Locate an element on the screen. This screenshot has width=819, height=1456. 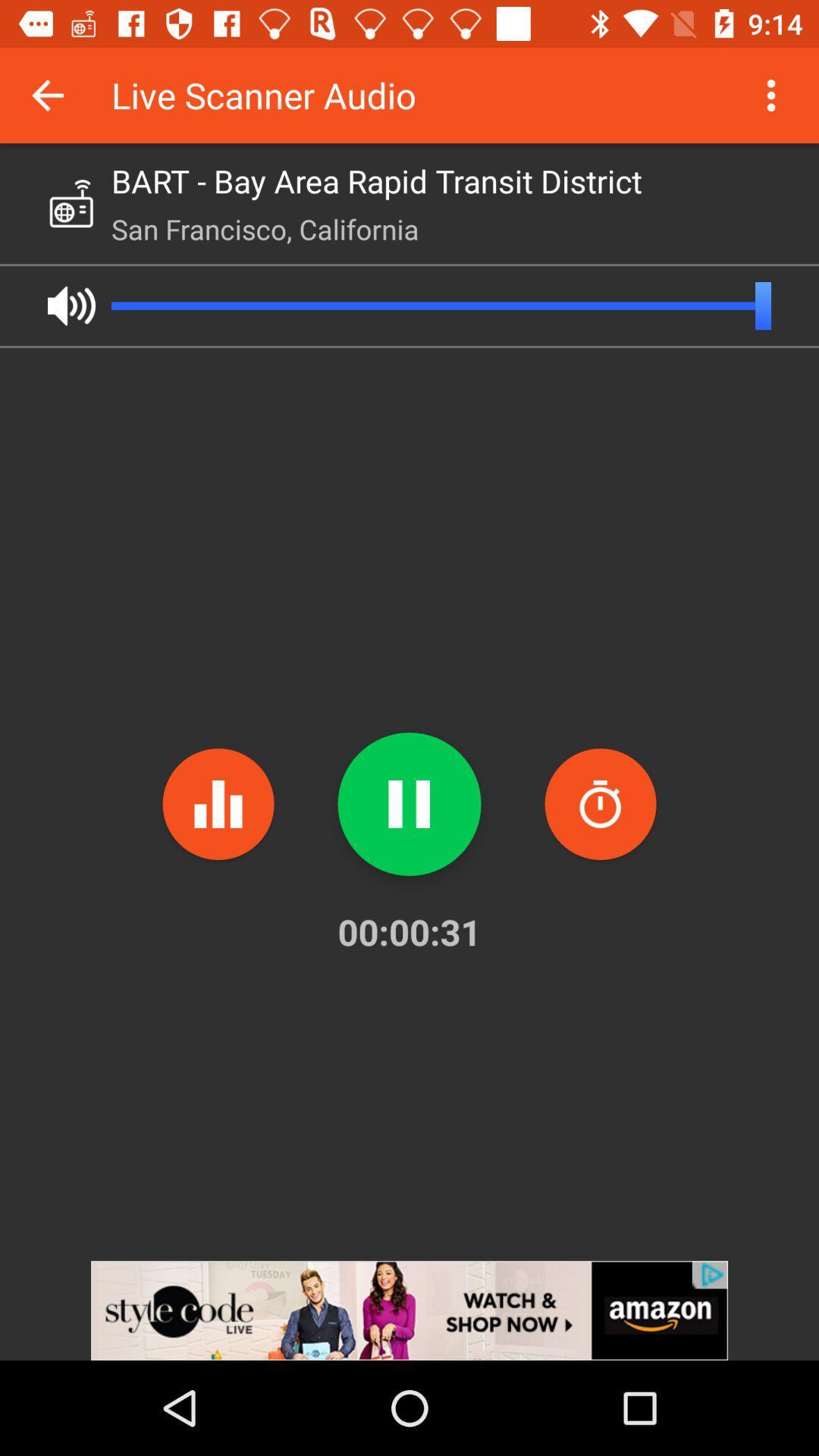
the more icon is located at coordinates (771, 94).